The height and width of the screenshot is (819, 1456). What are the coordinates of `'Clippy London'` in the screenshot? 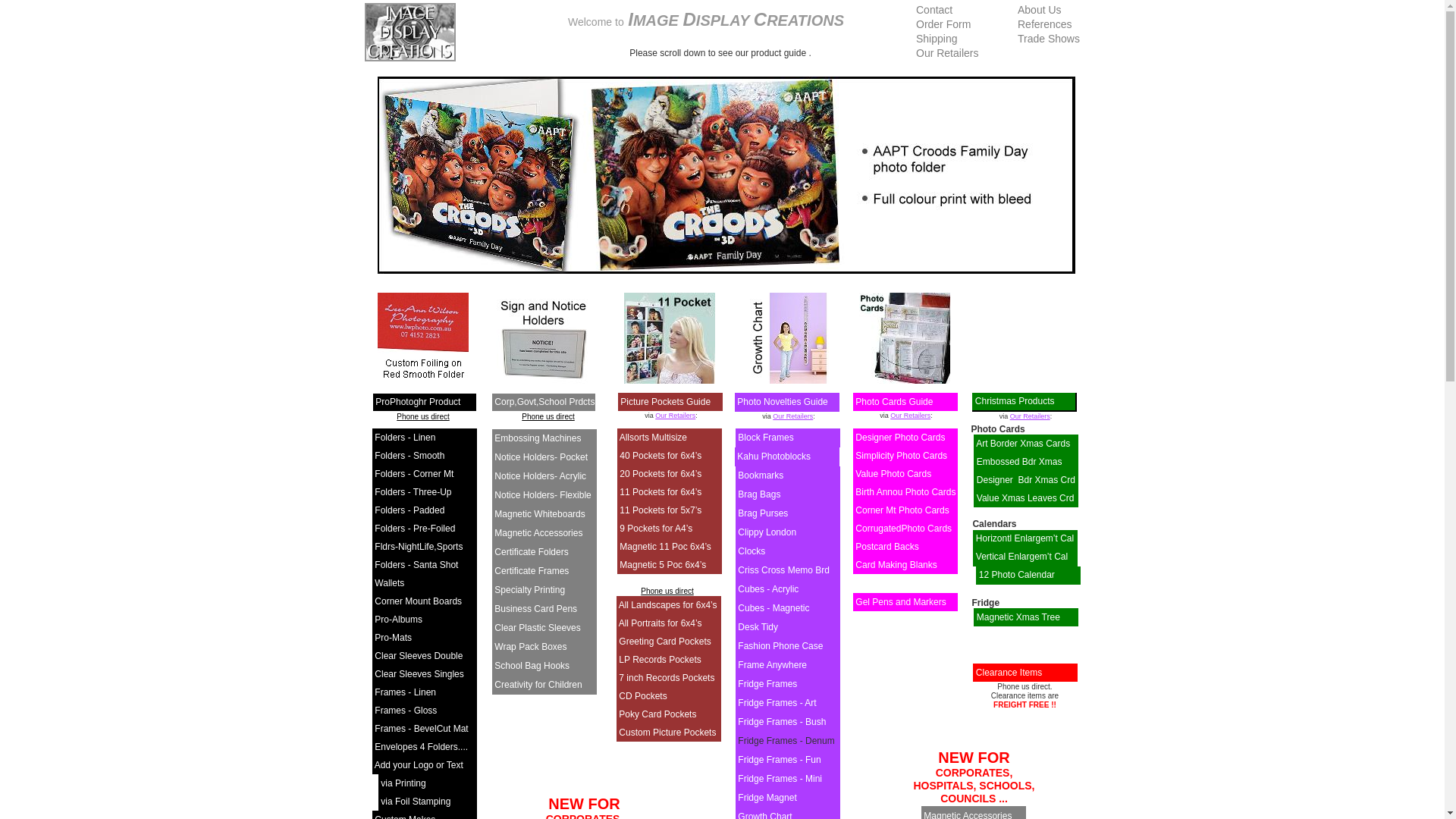 It's located at (767, 532).